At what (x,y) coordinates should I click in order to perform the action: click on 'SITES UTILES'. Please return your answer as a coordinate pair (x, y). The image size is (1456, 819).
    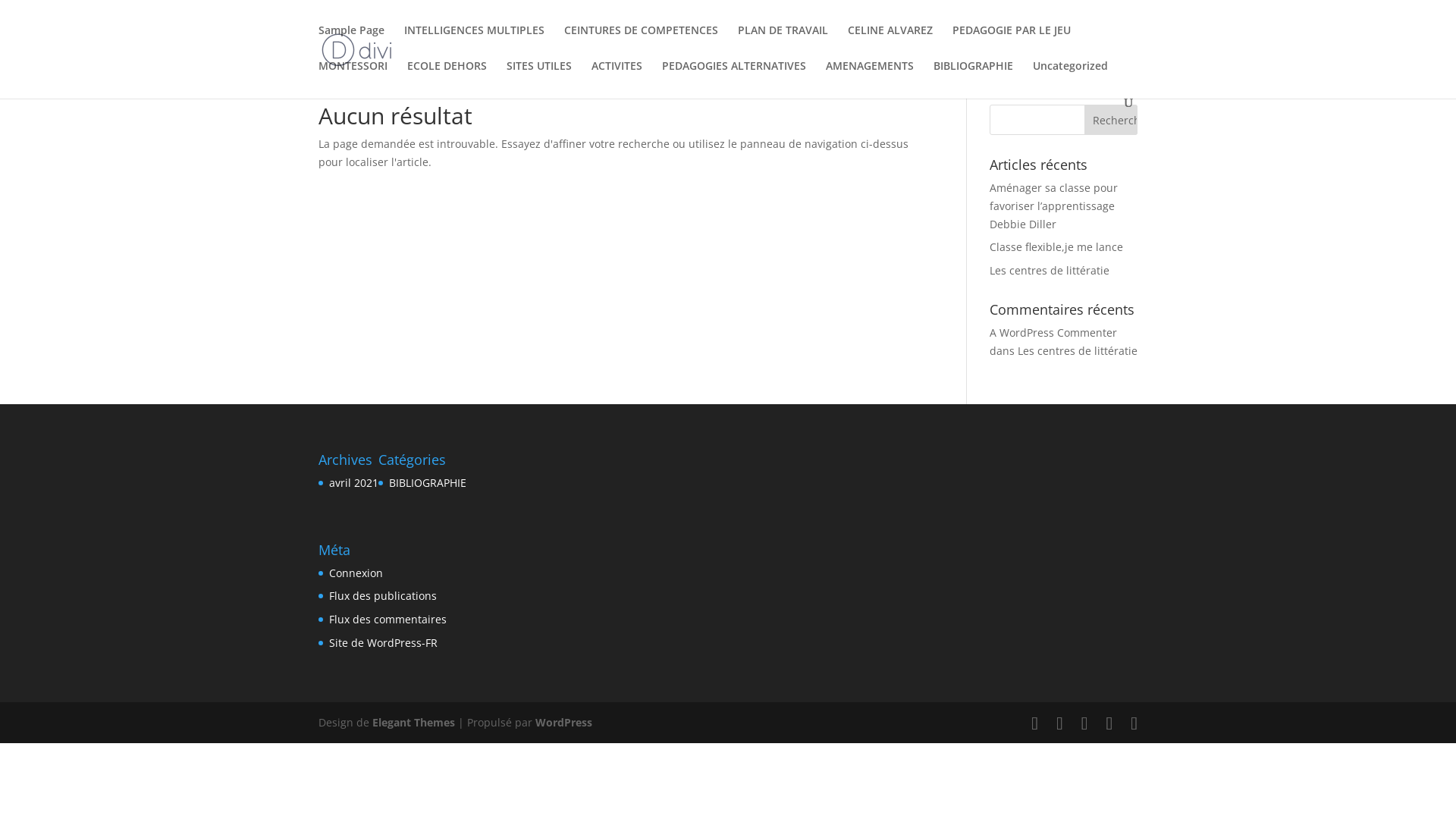
    Looking at the image, I should click on (538, 78).